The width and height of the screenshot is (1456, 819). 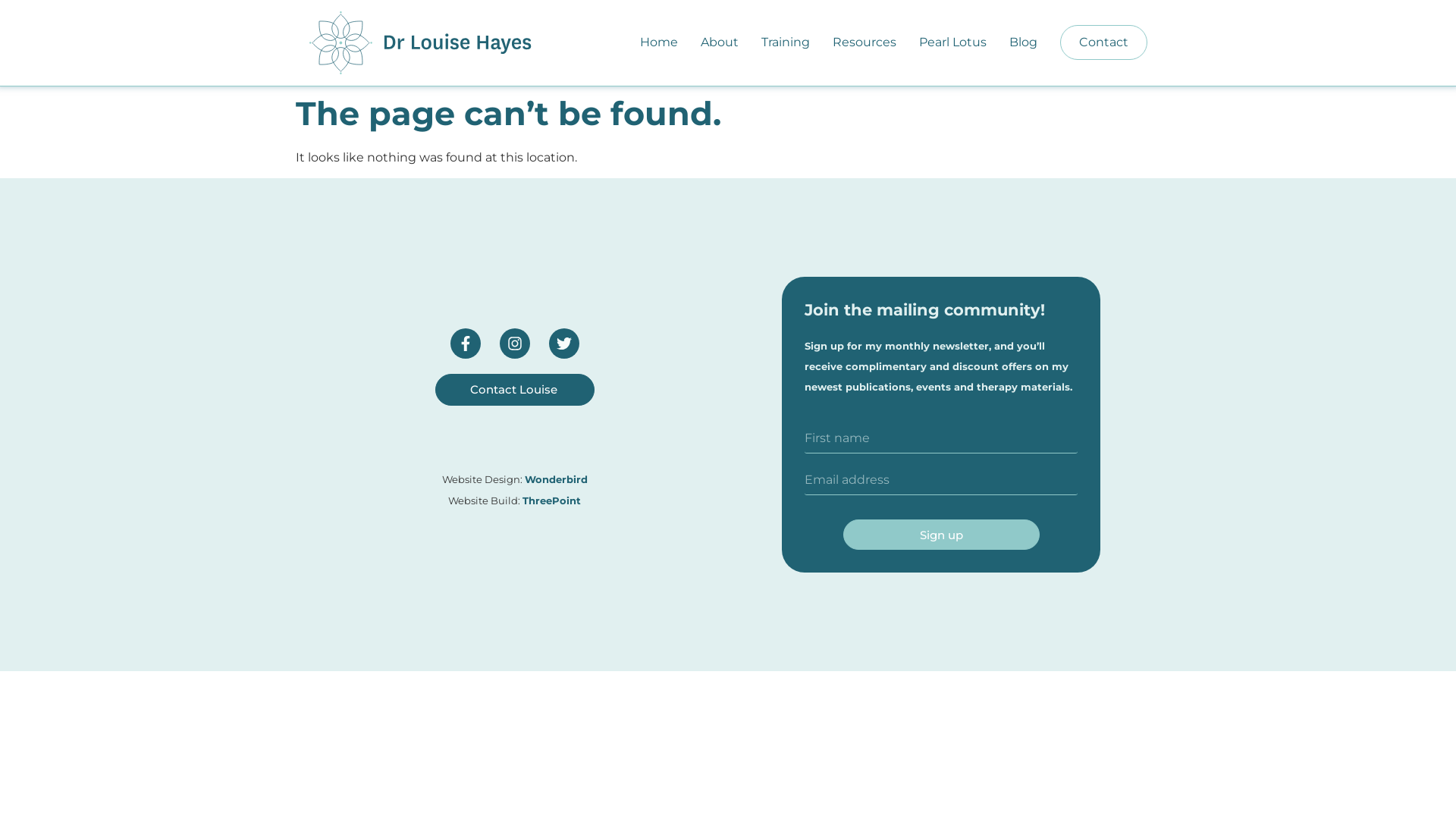 I want to click on 'Wonderbird', so click(x=555, y=479).